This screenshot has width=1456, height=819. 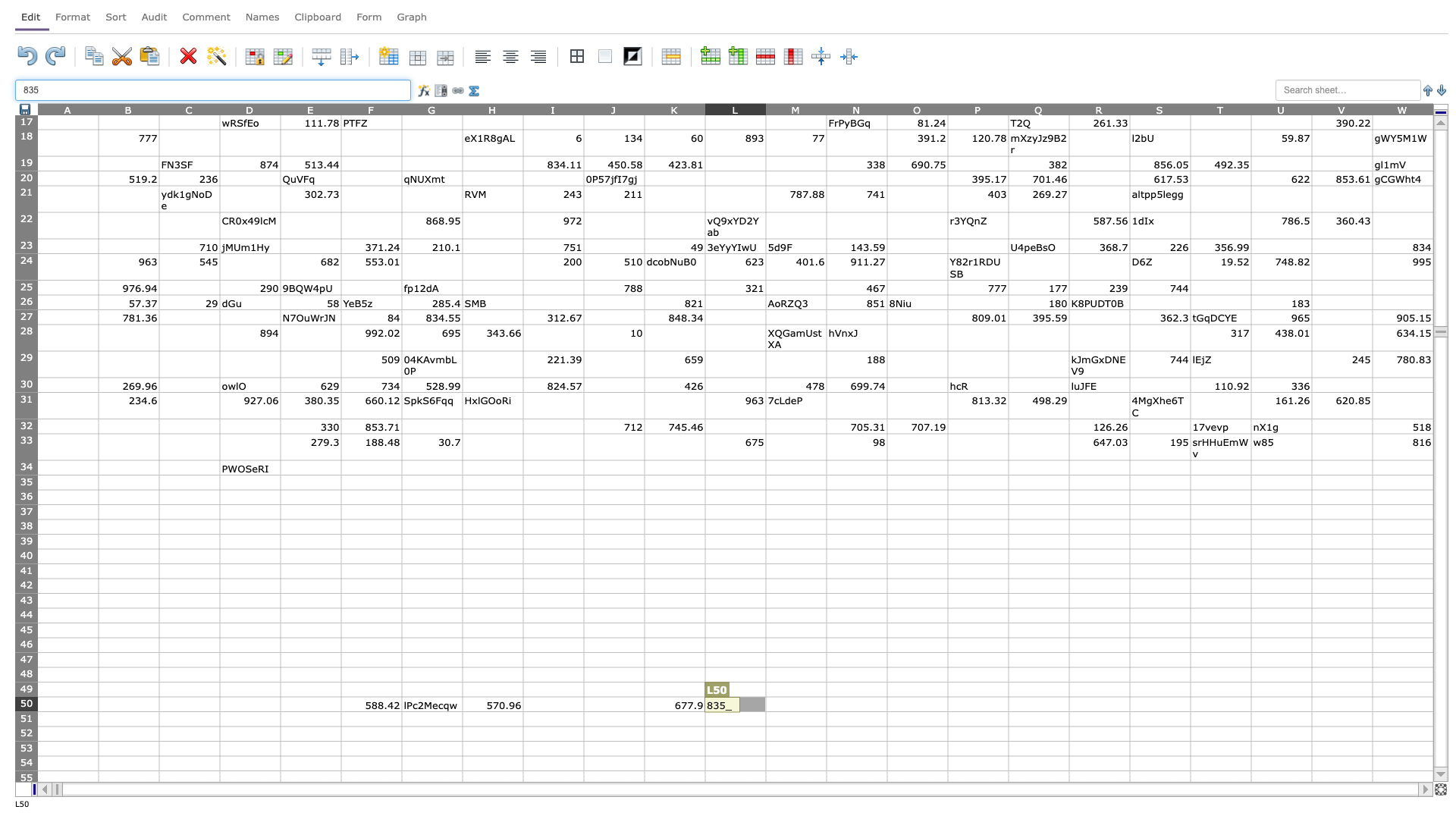 What do you see at coordinates (765, 696) in the screenshot?
I see `Upper left of M50` at bounding box center [765, 696].